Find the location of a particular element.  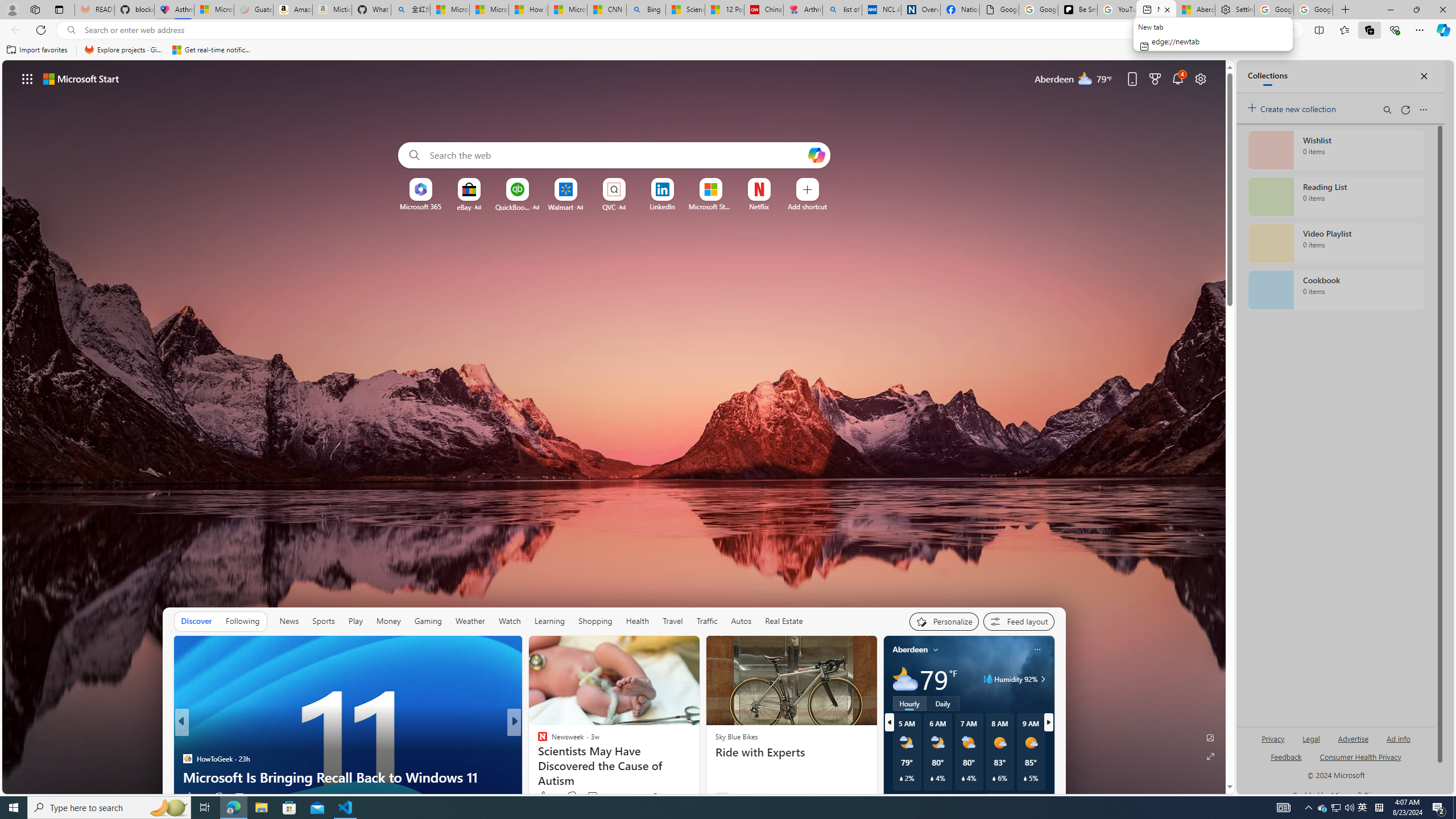

'56 Like' is located at coordinates (543, 797).